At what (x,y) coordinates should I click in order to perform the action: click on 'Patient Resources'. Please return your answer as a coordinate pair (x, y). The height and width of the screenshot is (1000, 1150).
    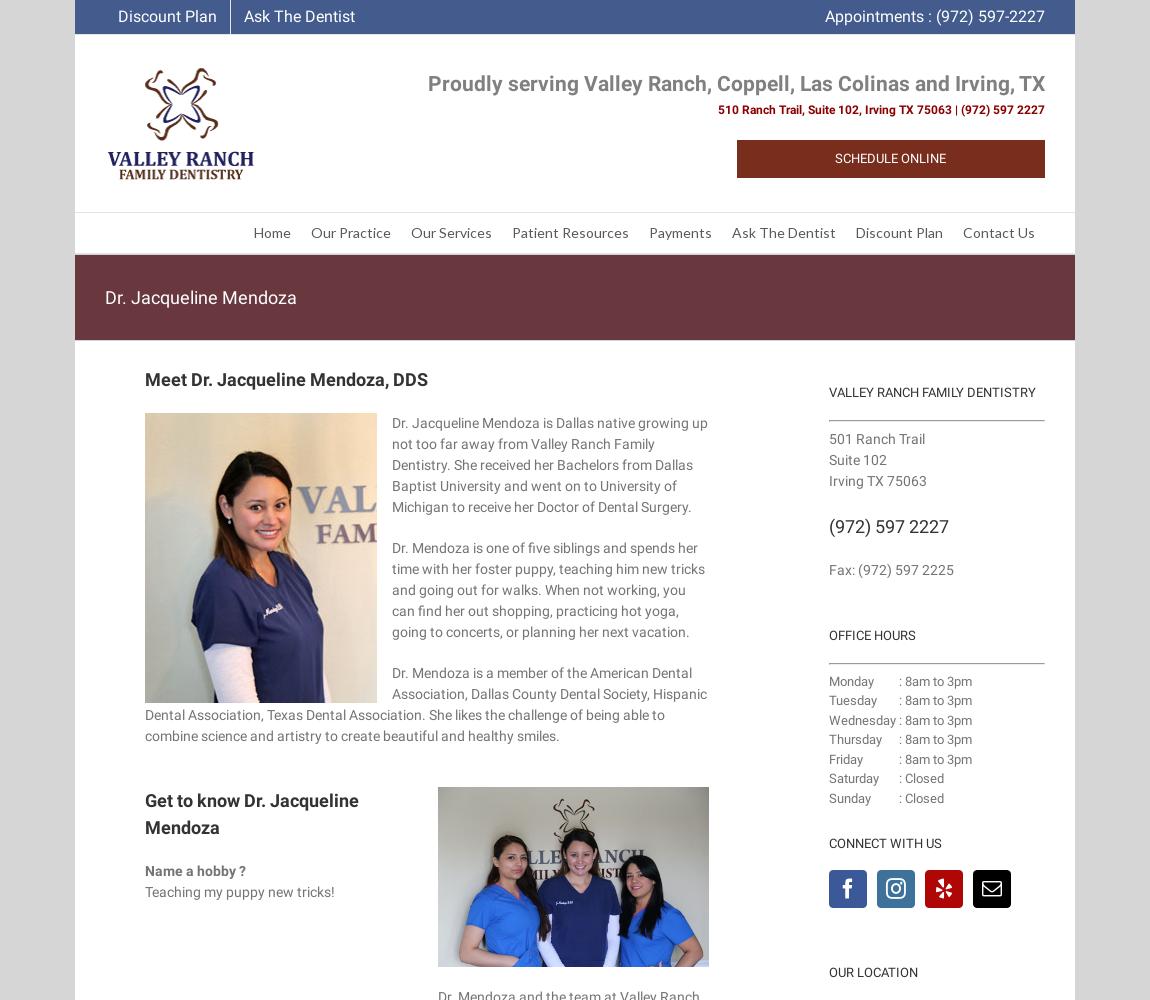
    Looking at the image, I should click on (570, 231).